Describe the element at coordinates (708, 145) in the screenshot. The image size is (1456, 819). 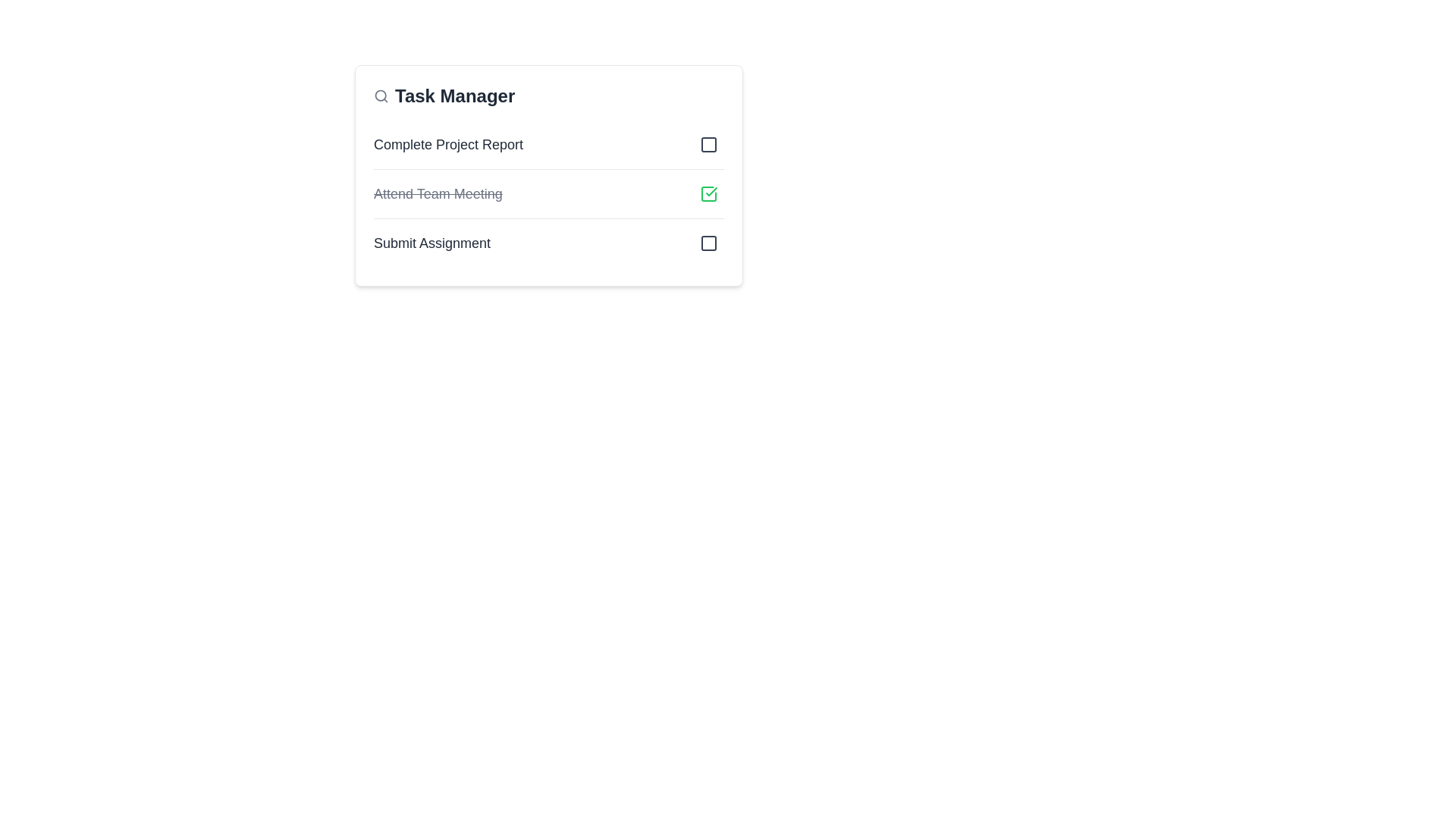
I see `the gray square icon with rounded corners located to the right of the text 'Complete Project Report' in the task management UI` at that location.